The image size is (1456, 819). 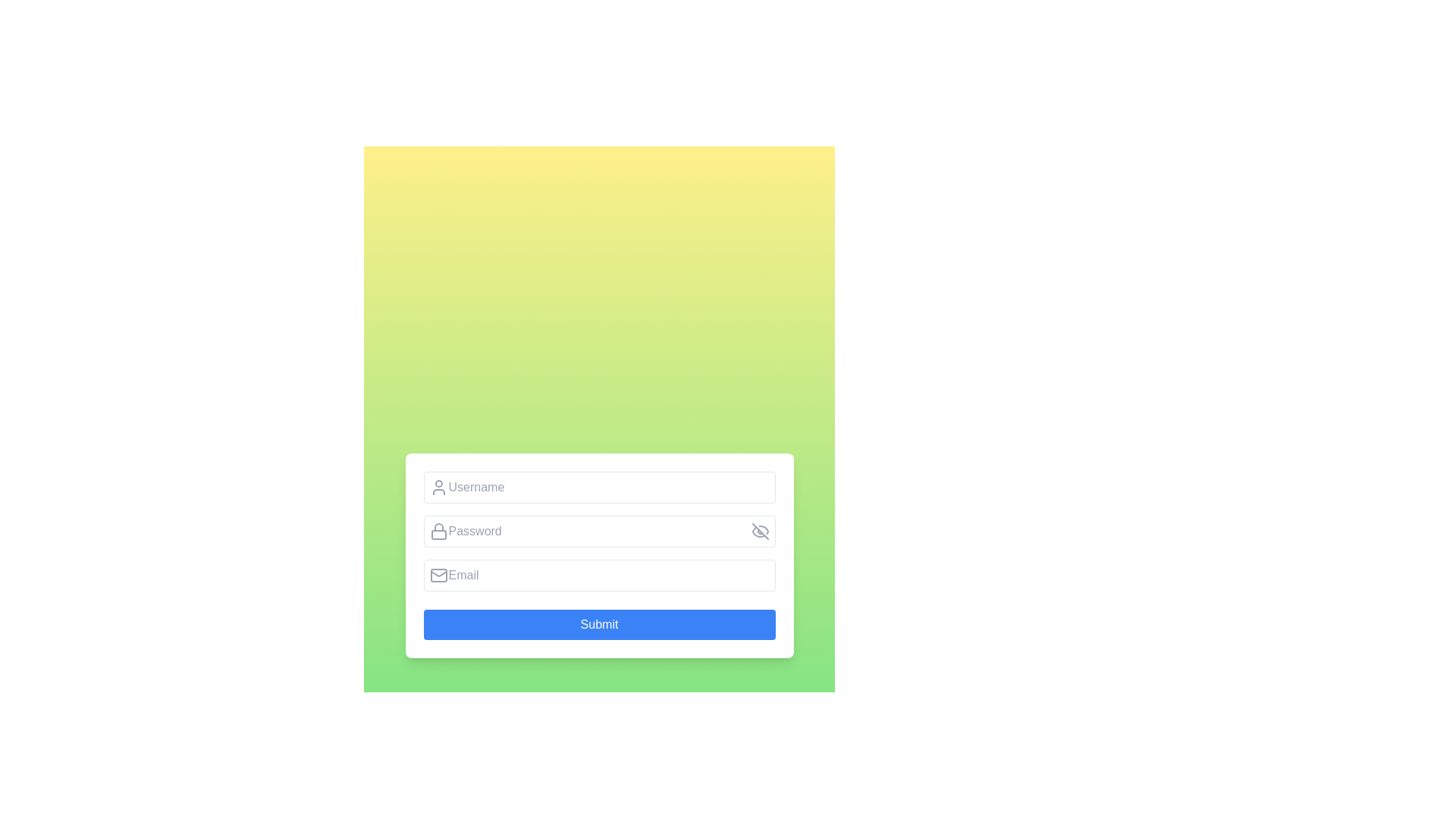 What do you see at coordinates (598, 625) in the screenshot?
I see `the rectangular blue button labeled 'Submit' located at the bottom of the form area` at bounding box center [598, 625].